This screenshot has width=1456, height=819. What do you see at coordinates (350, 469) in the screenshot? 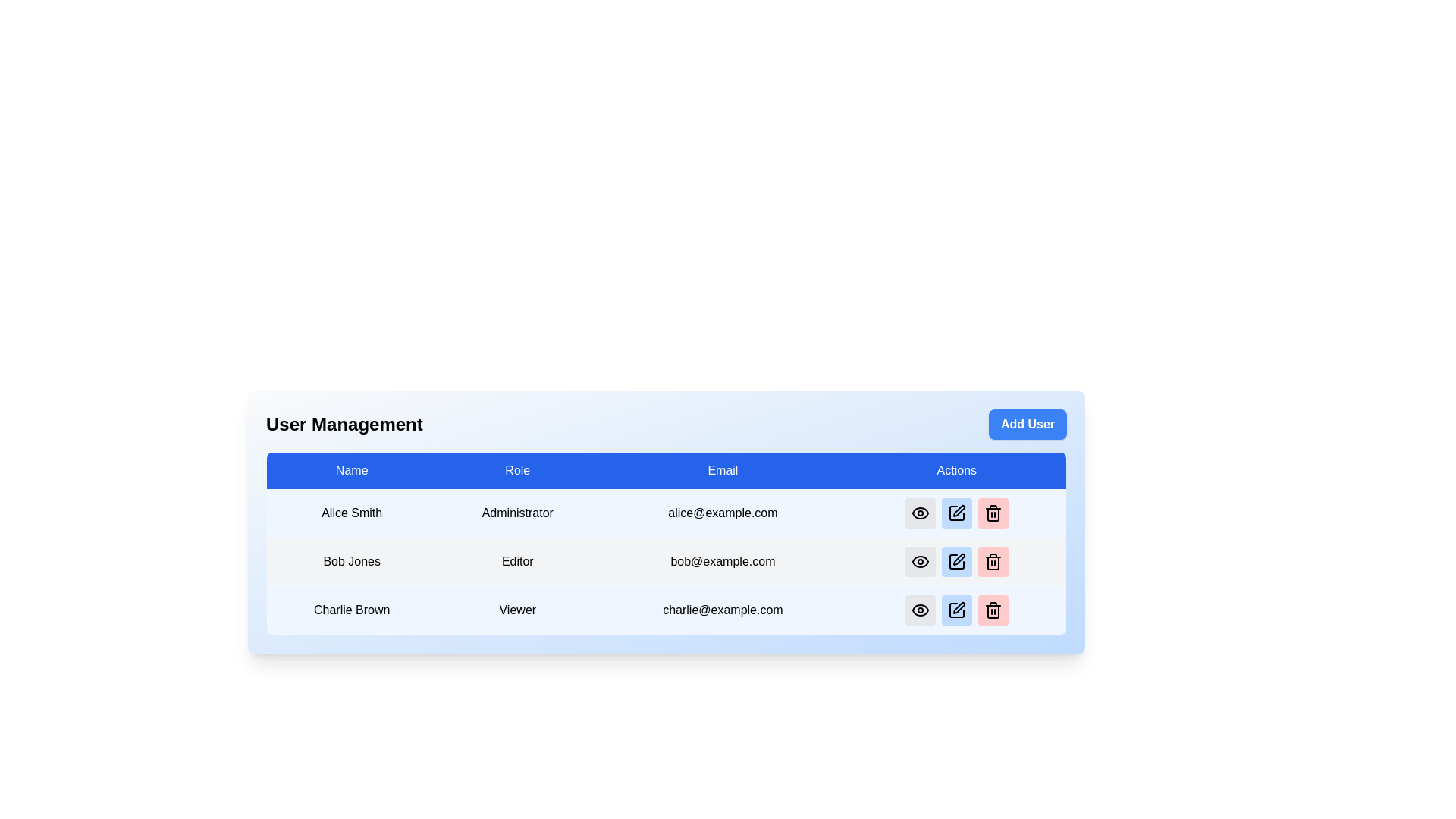
I see `the 'Name' text label, which is a bold rectangular label in white text on a blue background, positioned at the top of the user names column in the tabular layout` at bounding box center [350, 469].